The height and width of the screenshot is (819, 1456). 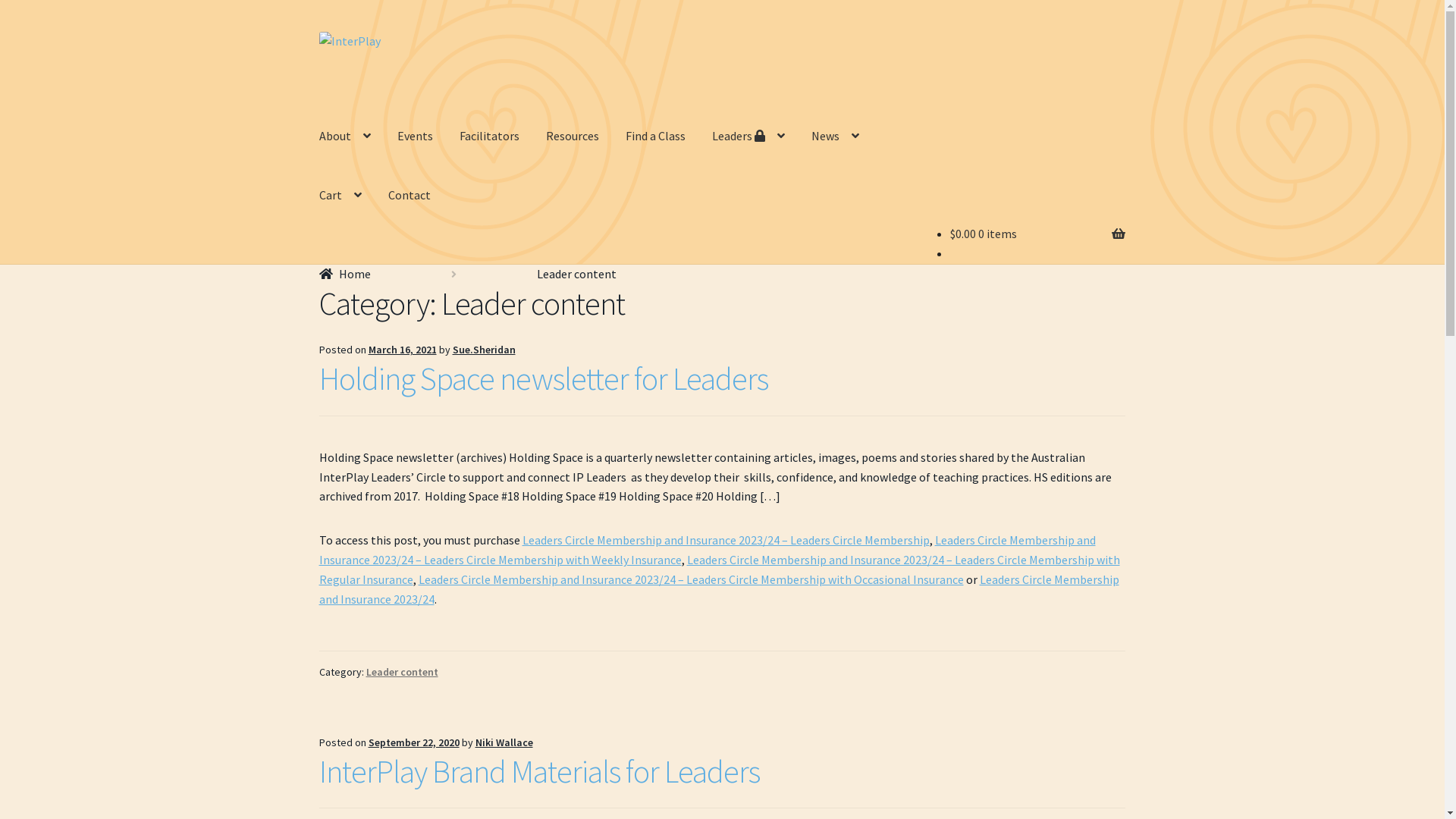 I want to click on 'Resources', so click(x=534, y=136).